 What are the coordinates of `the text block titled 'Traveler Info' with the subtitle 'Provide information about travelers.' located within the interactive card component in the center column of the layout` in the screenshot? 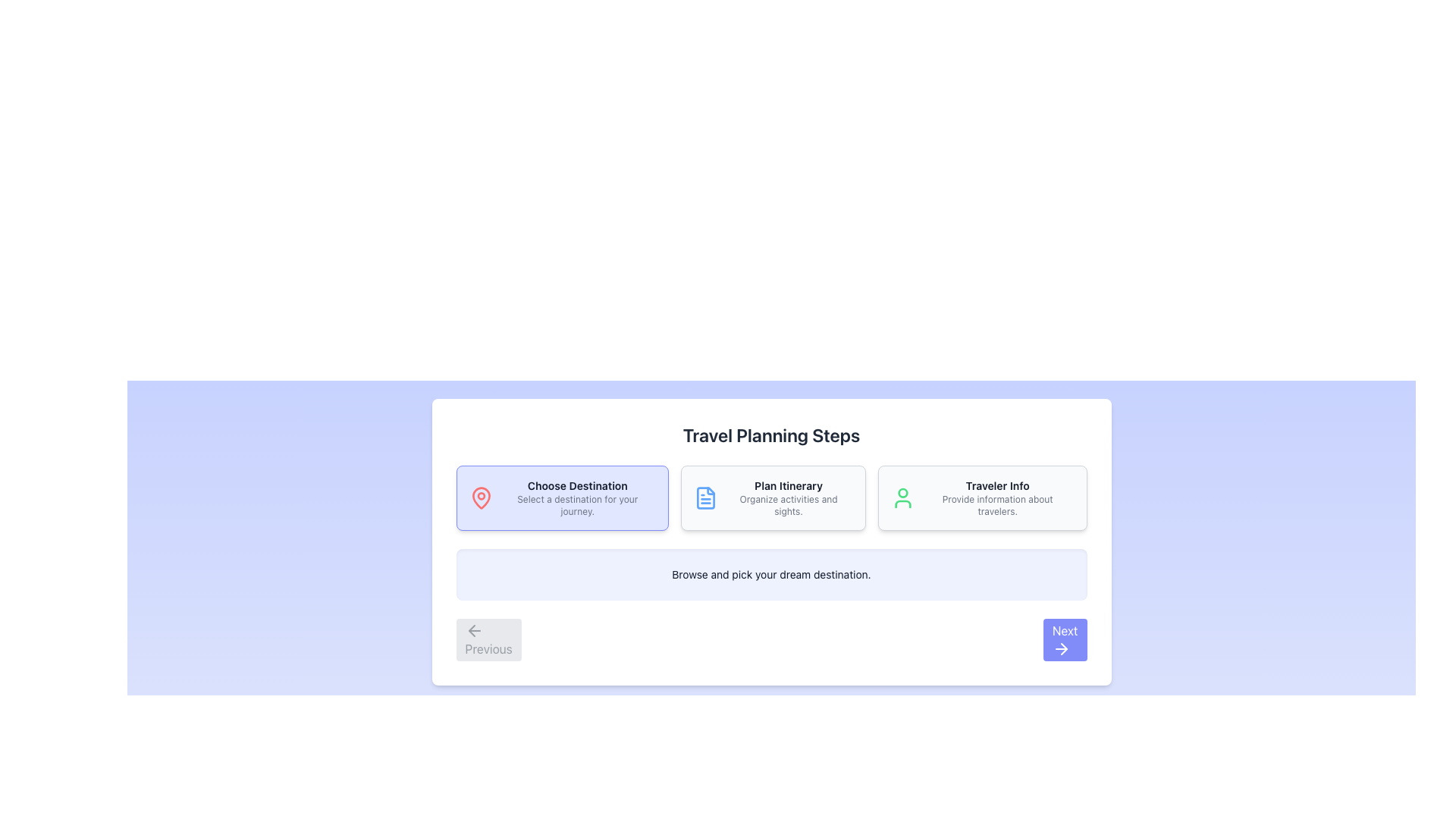 It's located at (997, 497).